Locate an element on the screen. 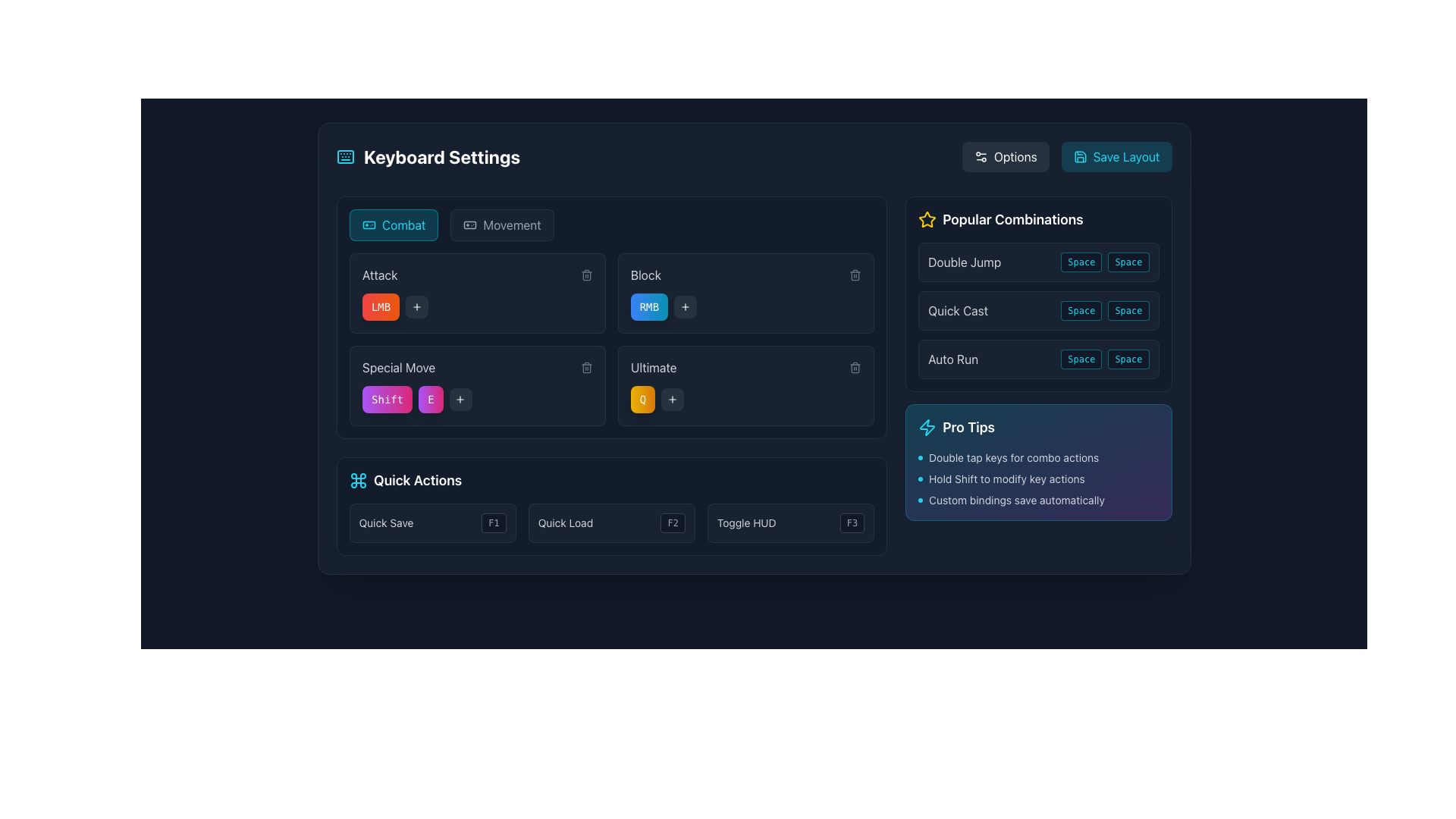 This screenshot has width=1456, height=819. the small square button with rounded corners and a dark background, featuring a centered '+' icon, located to the right of the 'RMB' button in the 'Block' section under the 'Combat' category to observe tooltip or visual feedback is located at coordinates (685, 307).